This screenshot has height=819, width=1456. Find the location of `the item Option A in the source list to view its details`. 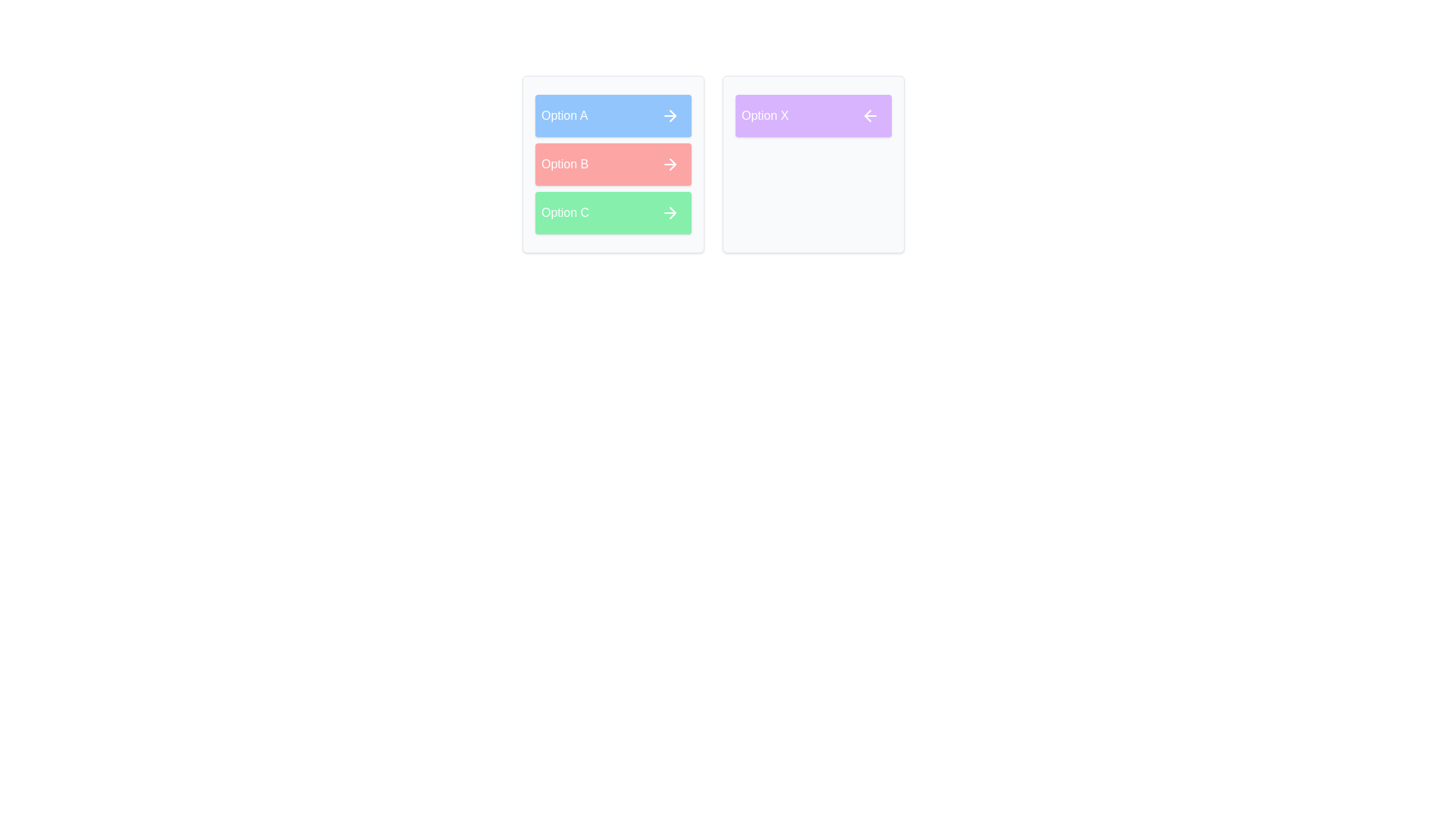

the item Option A in the source list to view its details is located at coordinates (613, 115).